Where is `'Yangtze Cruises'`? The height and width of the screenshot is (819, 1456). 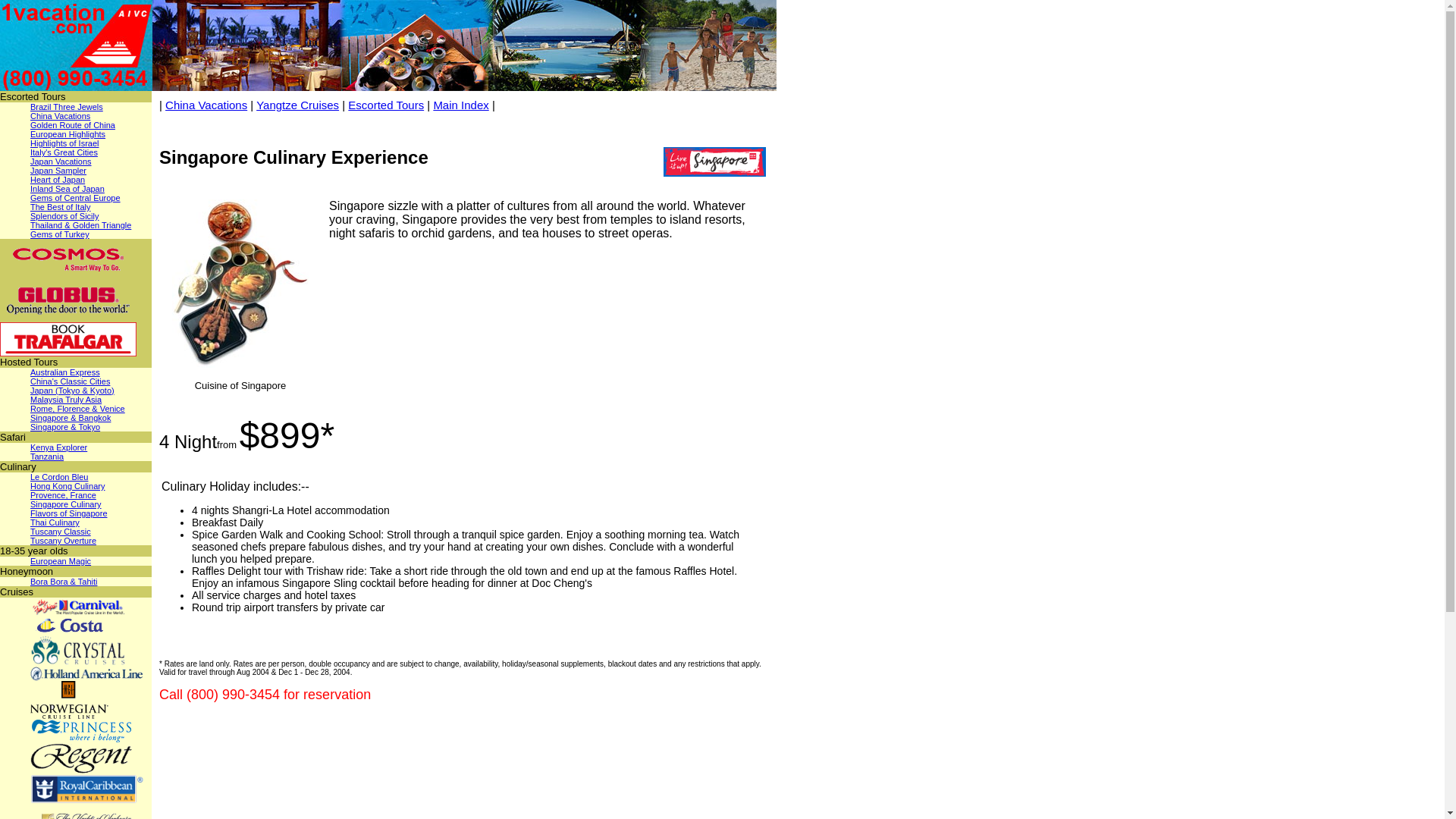 'Yangtze Cruises' is located at coordinates (297, 104).